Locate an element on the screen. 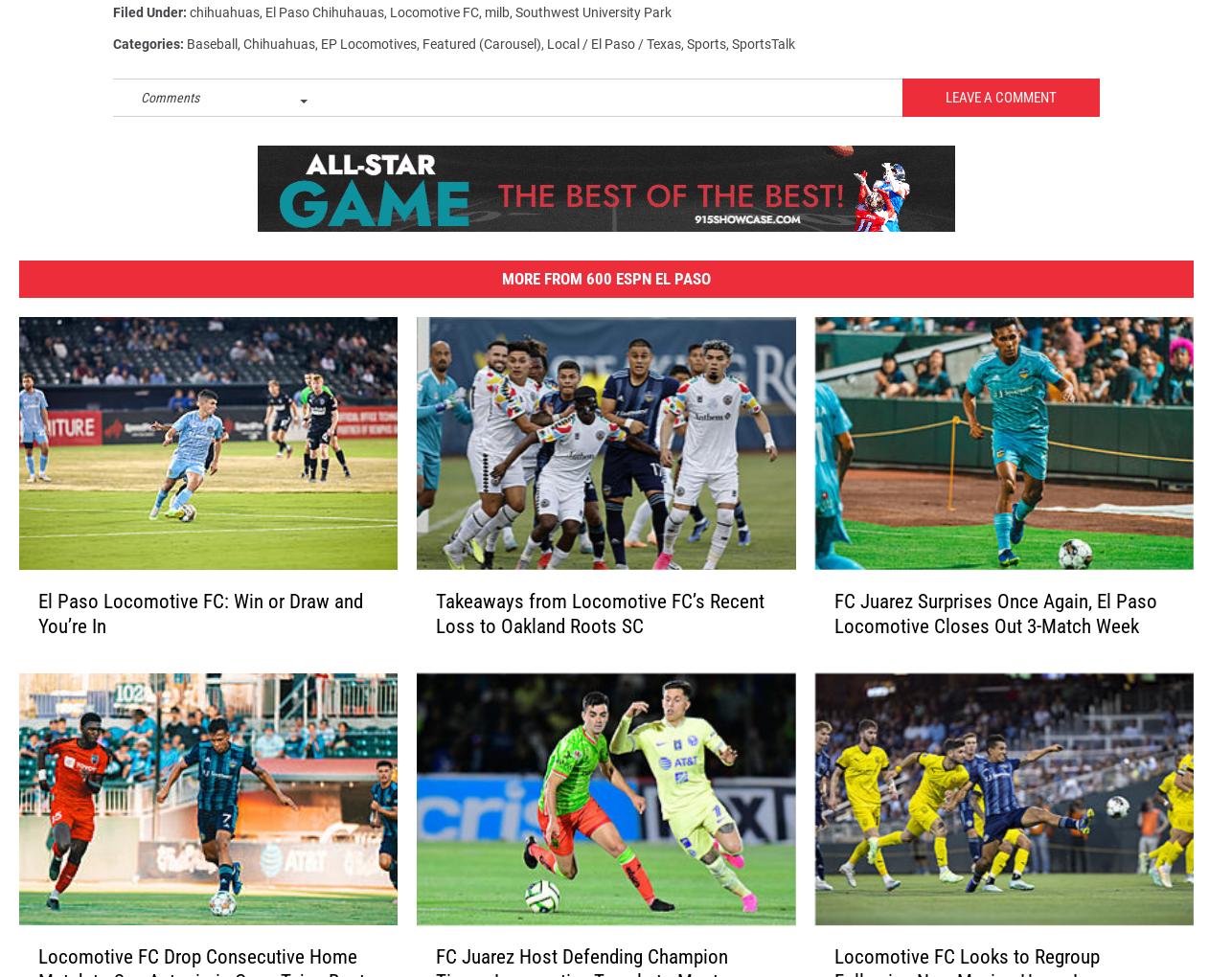 This screenshot has height=977, width=1232. 'Filed Under' is located at coordinates (113, 20).